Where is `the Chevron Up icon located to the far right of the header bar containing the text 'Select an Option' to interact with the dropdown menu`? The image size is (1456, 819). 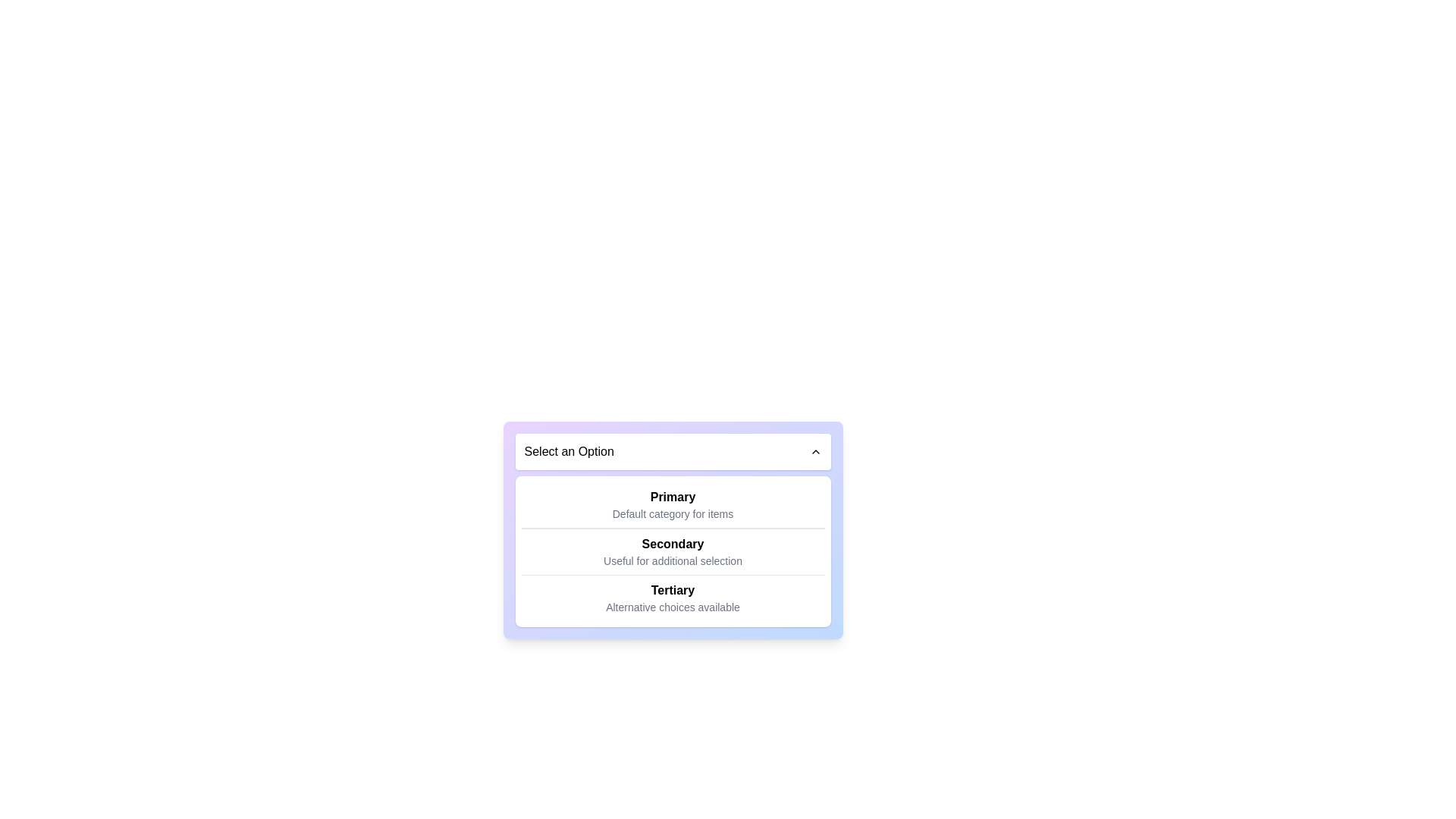 the Chevron Up icon located to the far right of the header bar containing the text 'Select an Option' to interact with the dropdown menu is located at coordinates (814, 451).